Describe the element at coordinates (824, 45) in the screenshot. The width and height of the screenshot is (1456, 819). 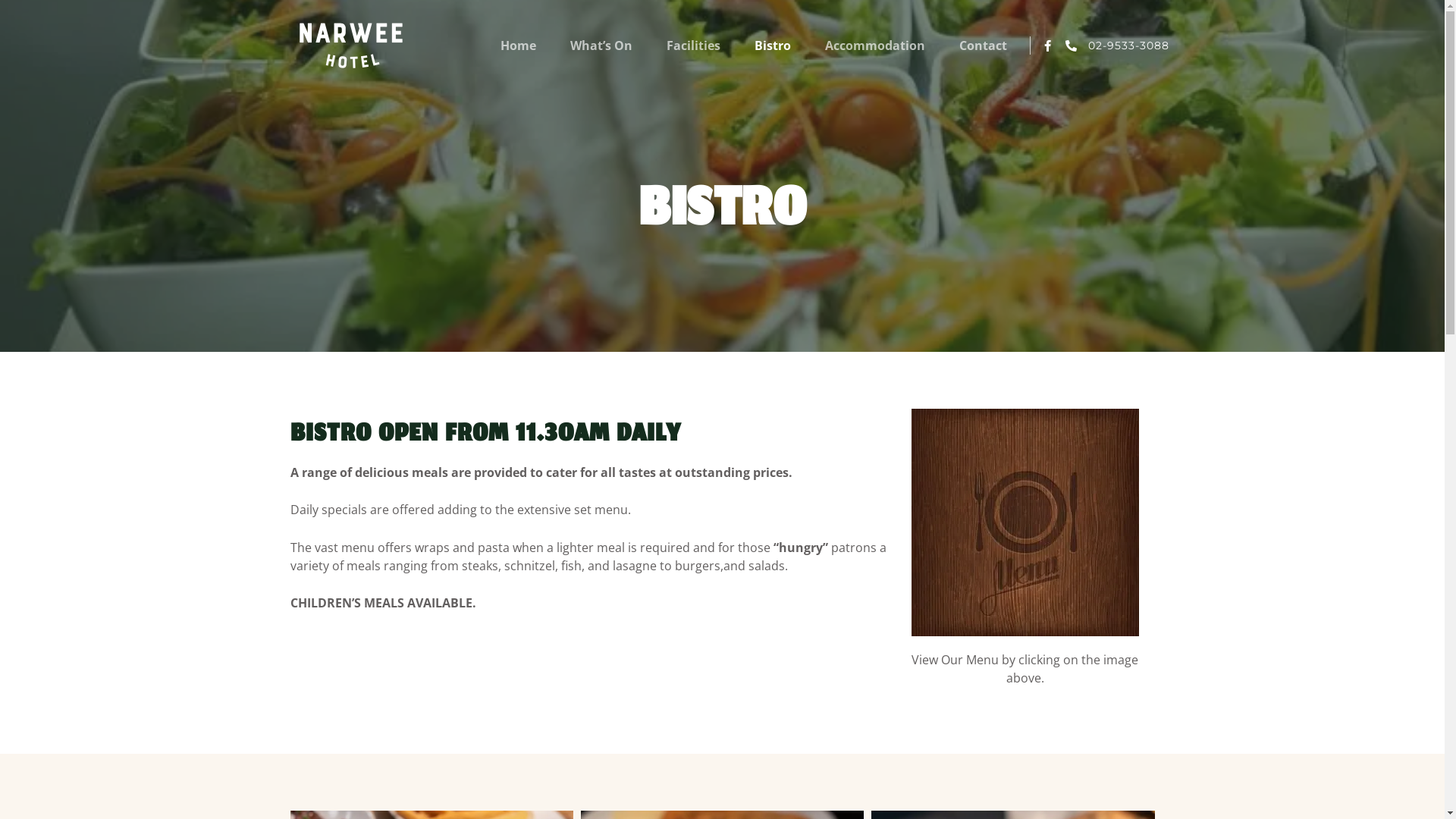
I see `'Accommodation'` at that location.